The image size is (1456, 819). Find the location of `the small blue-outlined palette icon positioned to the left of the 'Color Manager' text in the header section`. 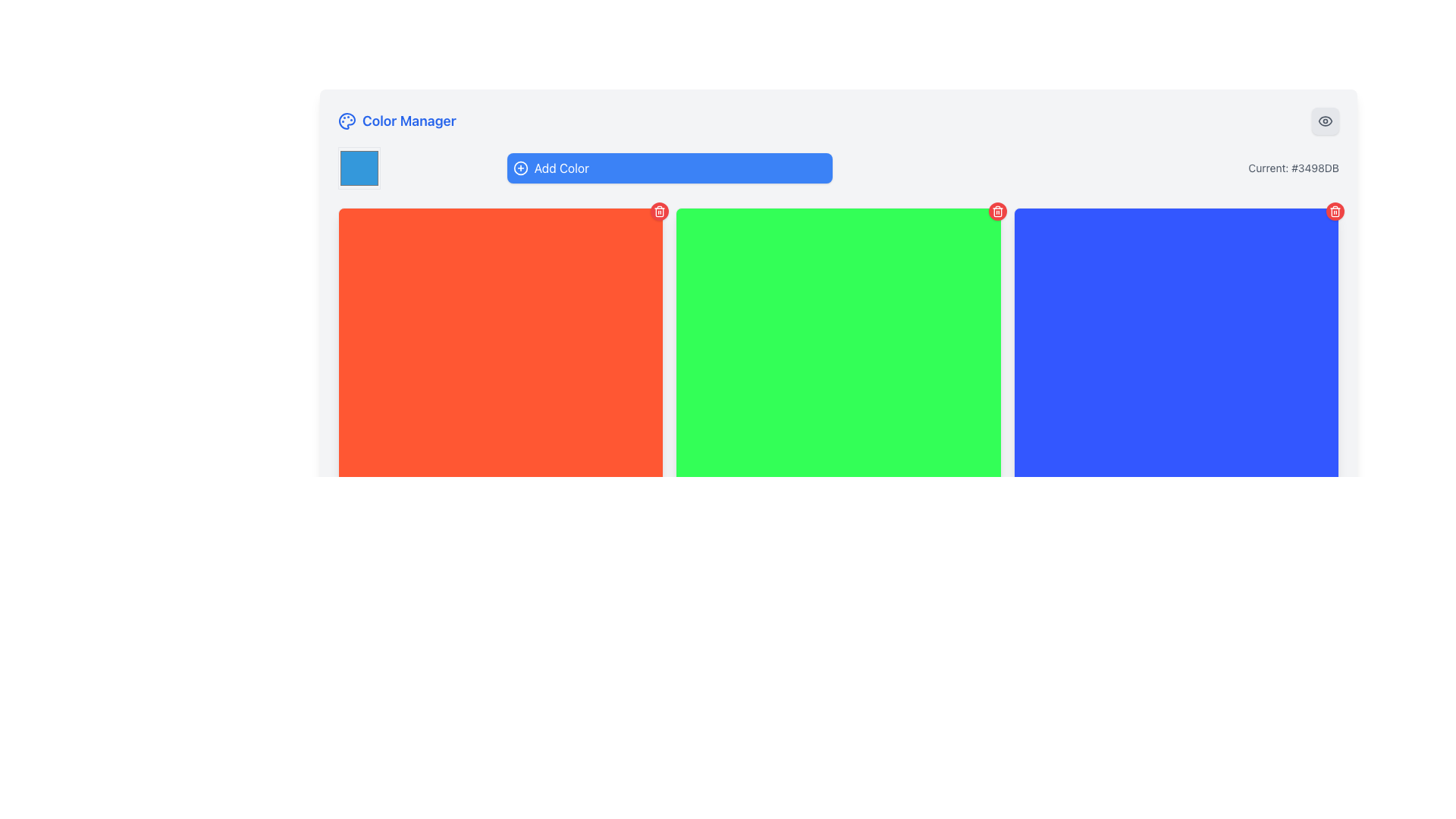

the small blue-outlined palette icon positioned to the left of the 'Color Manager' text in the header section is located at coordinates (346, 120).